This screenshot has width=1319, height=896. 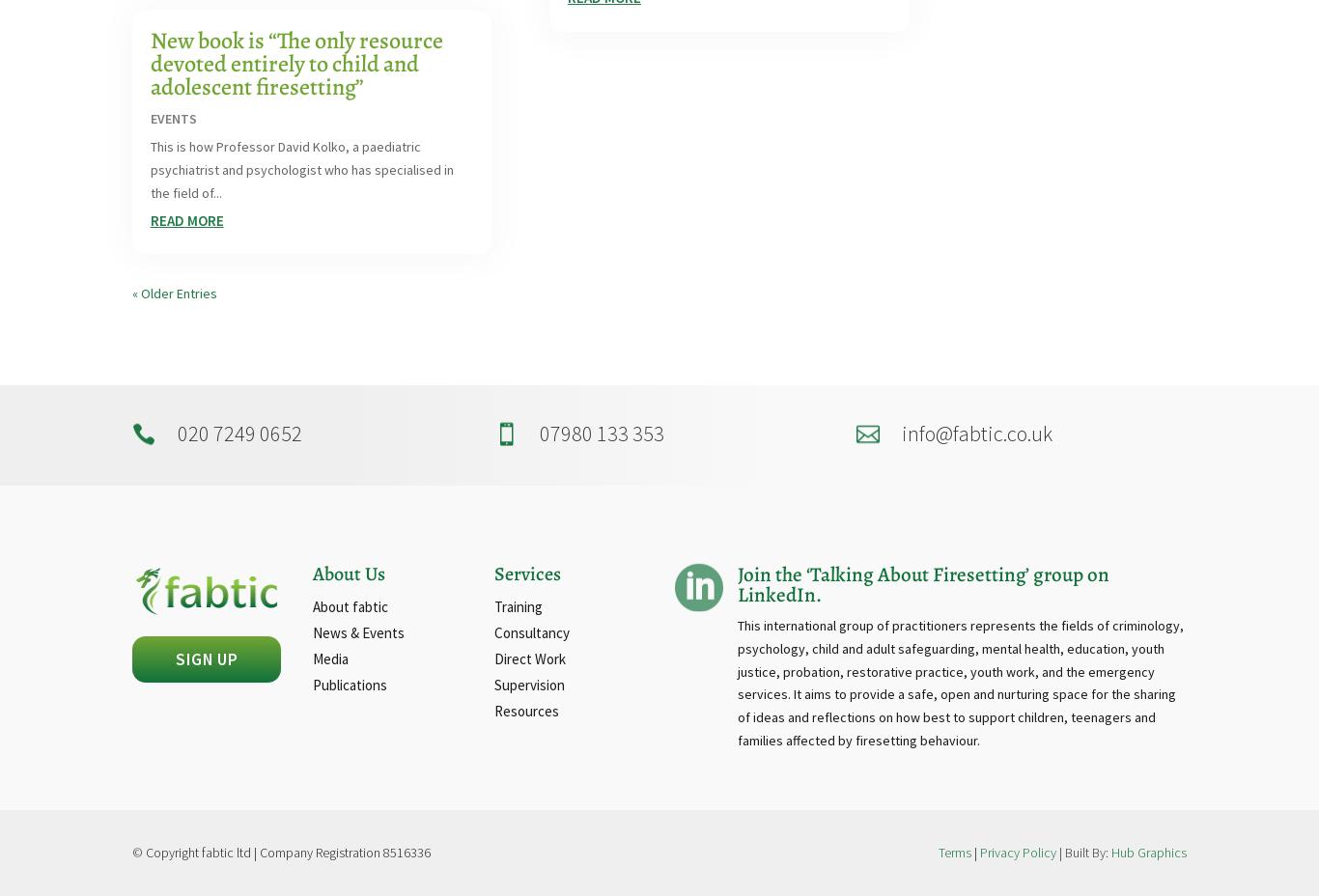 I want to click on '|', so click(x=975, y=852).